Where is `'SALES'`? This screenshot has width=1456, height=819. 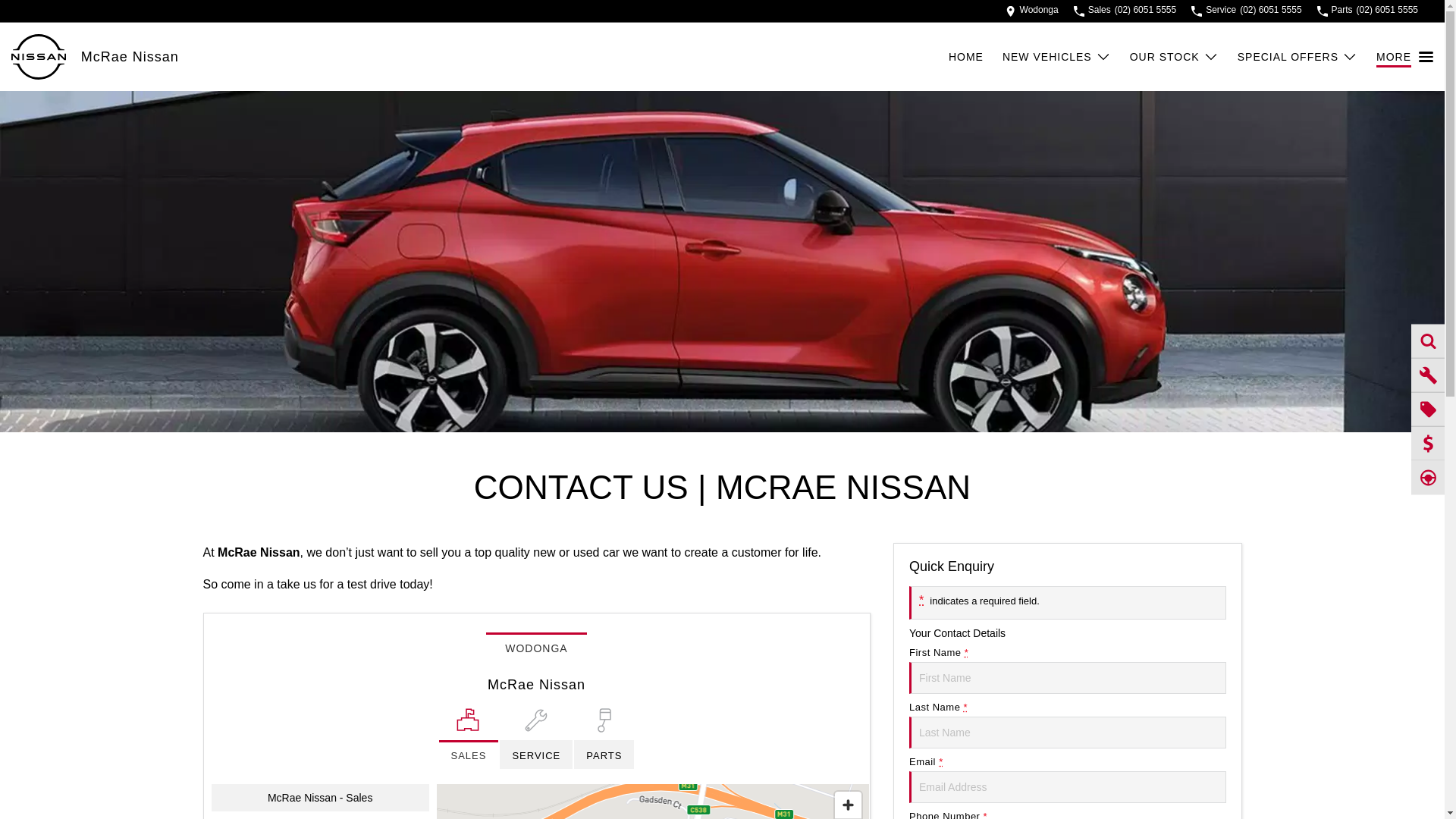
'SALES' is located at coordinates (468, 738).